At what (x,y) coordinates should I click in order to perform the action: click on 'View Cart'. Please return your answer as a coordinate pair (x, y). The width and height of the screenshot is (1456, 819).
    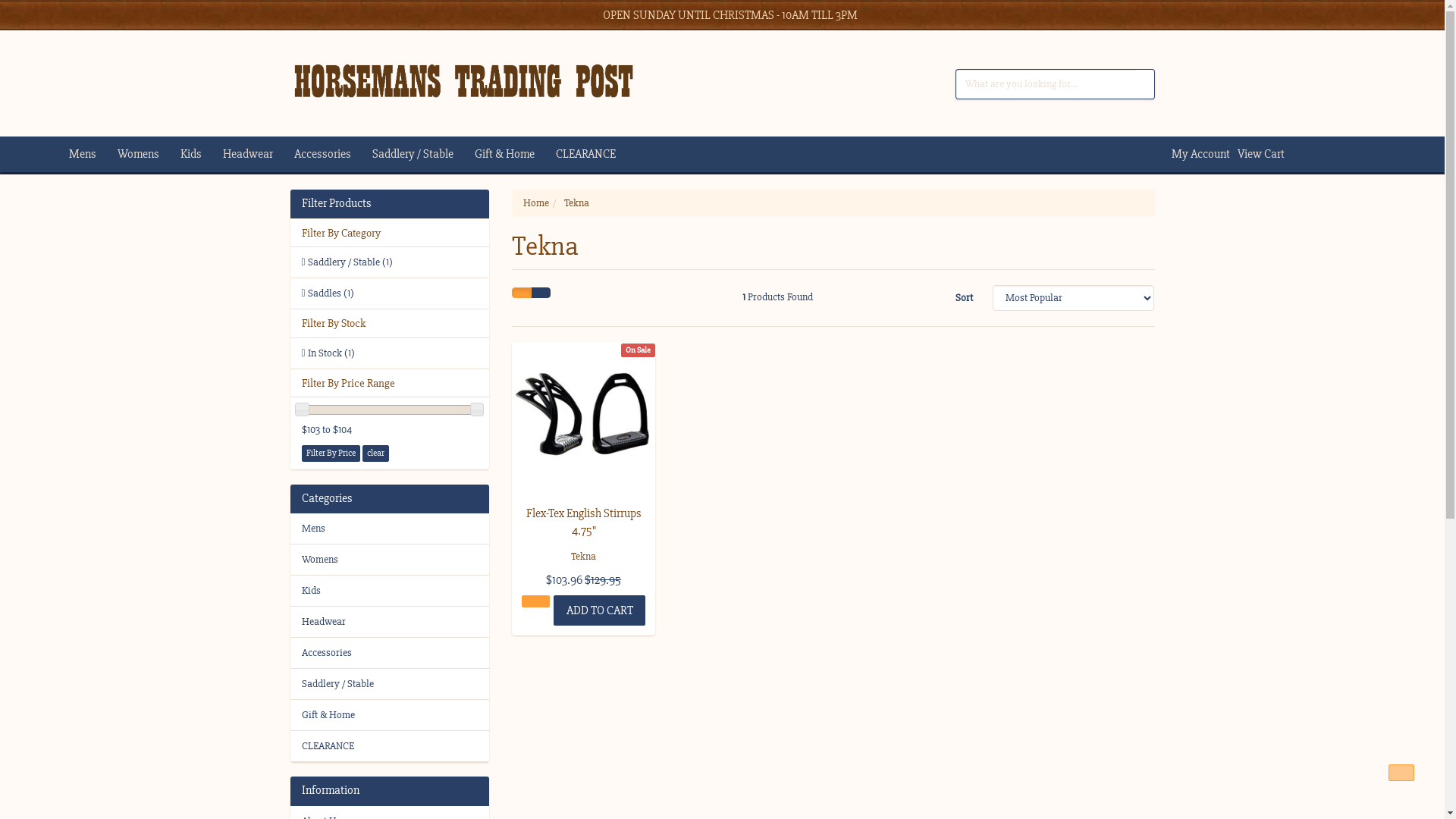
    Looking at the image, I should click on (1257, 154).